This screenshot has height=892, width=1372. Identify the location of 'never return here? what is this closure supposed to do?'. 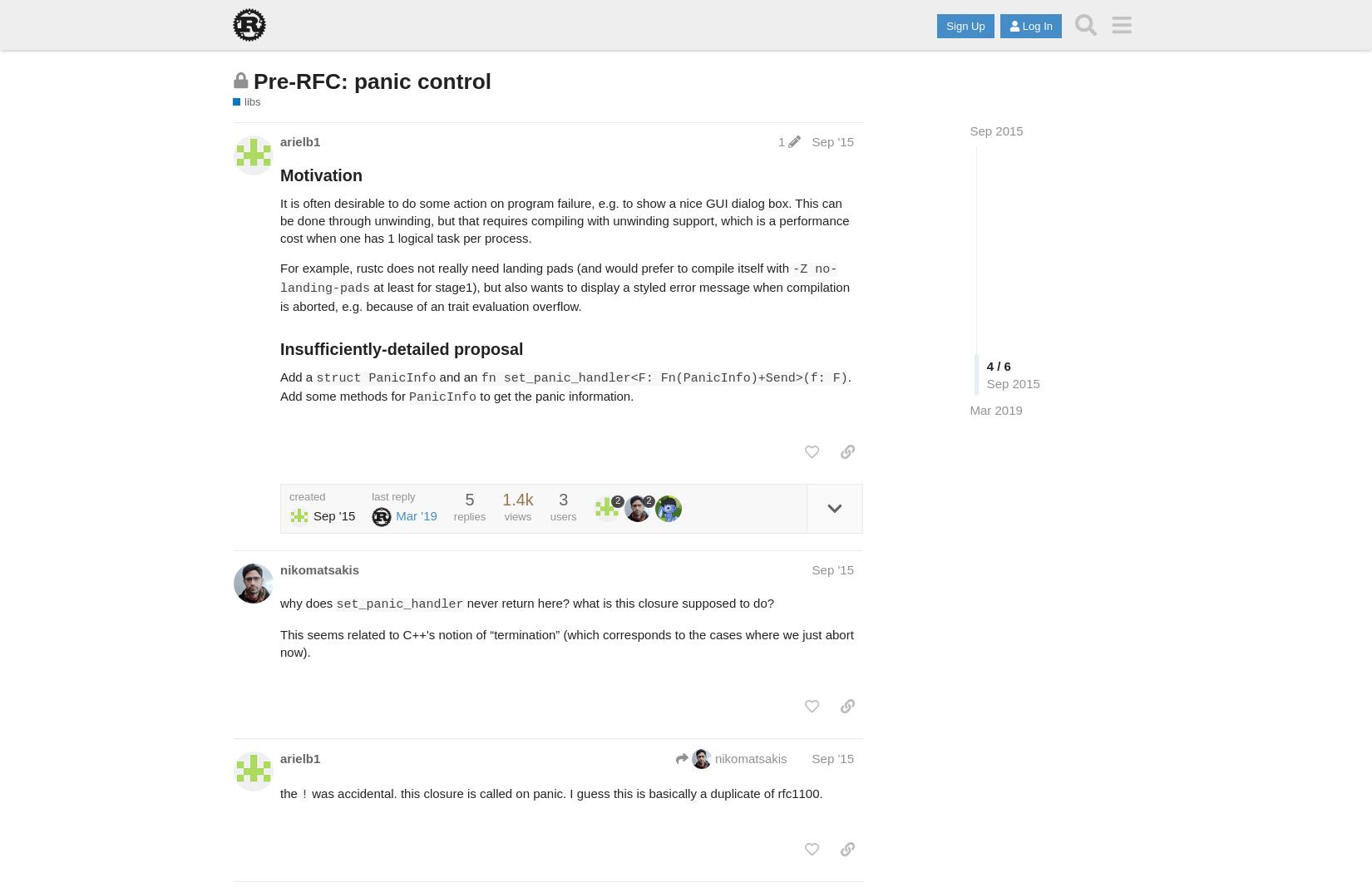
(617, 601).